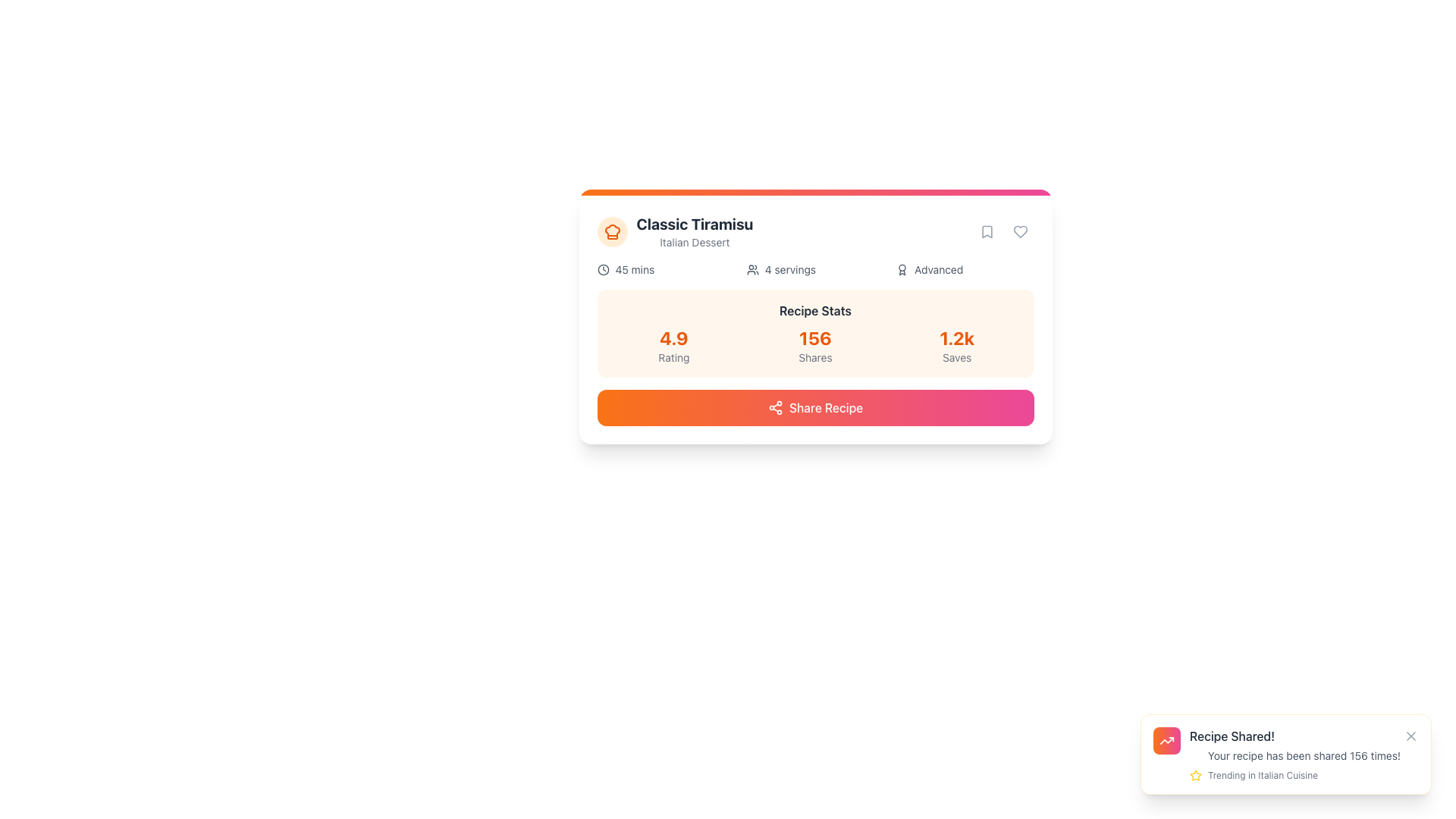 Image resolution: width=1456 pixels, height=819 pixels. Describe the element at coordinates (1303, 755) in the screenshot. I see `the text element that reads 'Your recipe has been shared 156 times!', which is styled in gray and located beneath the heading 'Recipe Shared!' in a notification pop-up` at that location.